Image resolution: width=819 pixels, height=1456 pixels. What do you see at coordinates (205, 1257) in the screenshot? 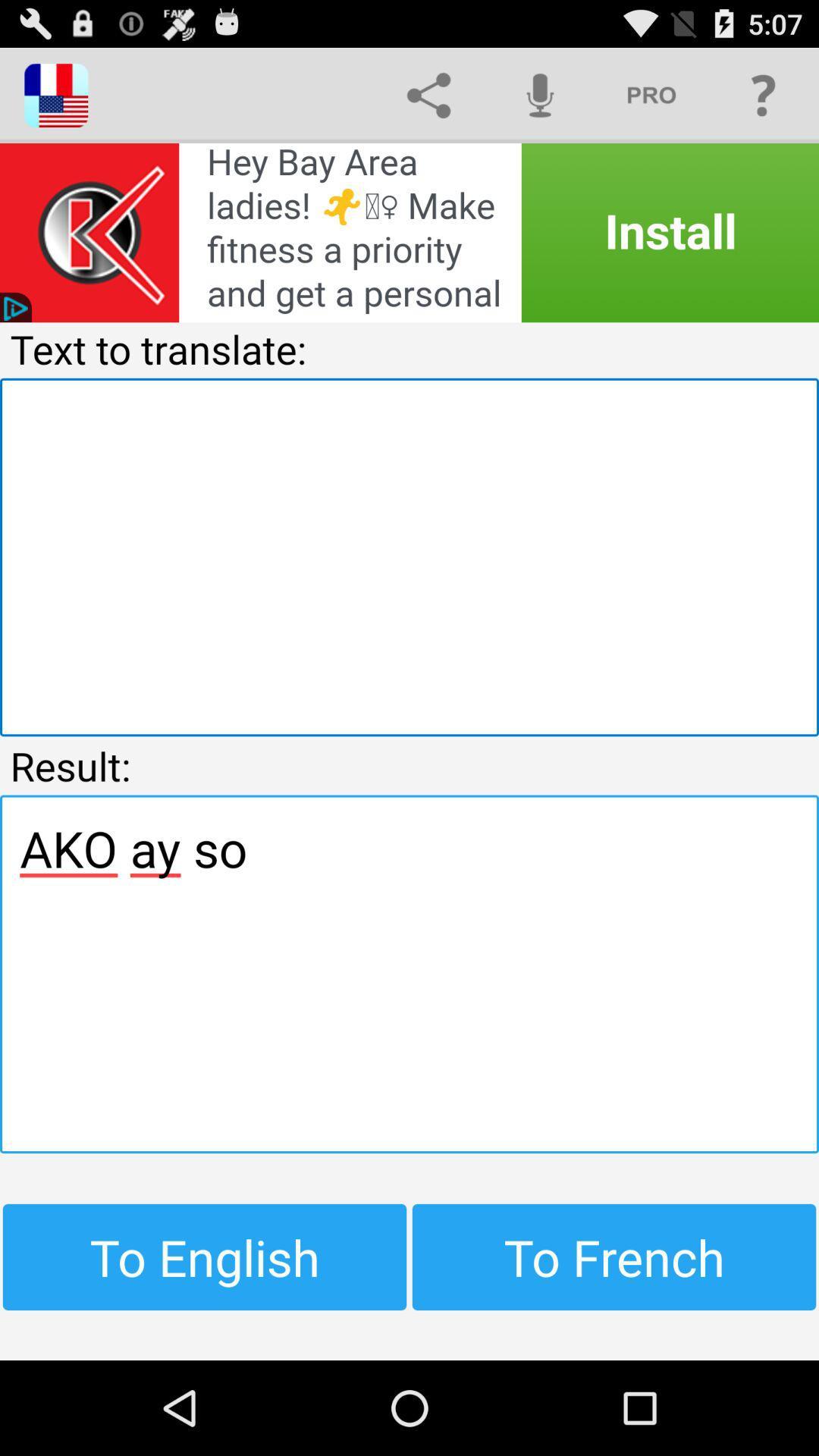
I see `item next to to french icon` at bounding box center [205, 1257].